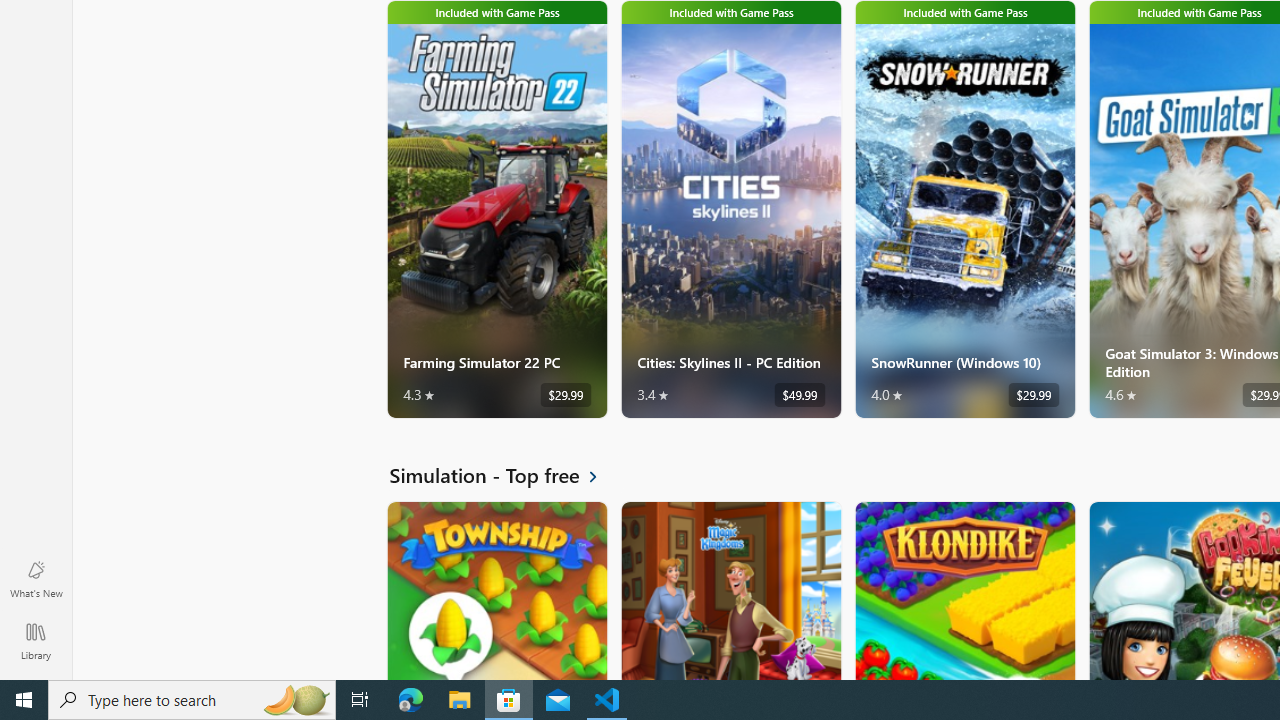 This screenshot has width=1280, height=720. Describe the element at coordinates (35, 578) in the screenshot. I see `'What'` at that location.